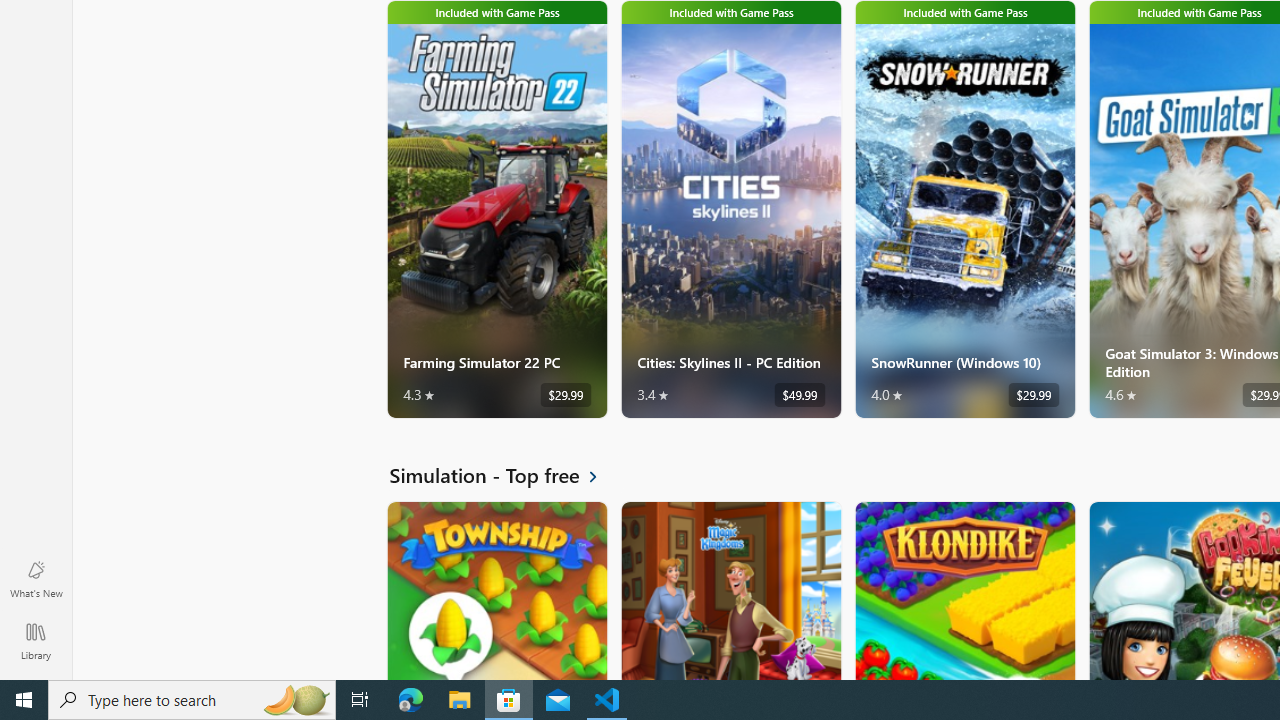 This screenshot has width=1280, height=720. Describe the element at coordinates (35, 578) in the screenshot. I see `'What'` at that location.